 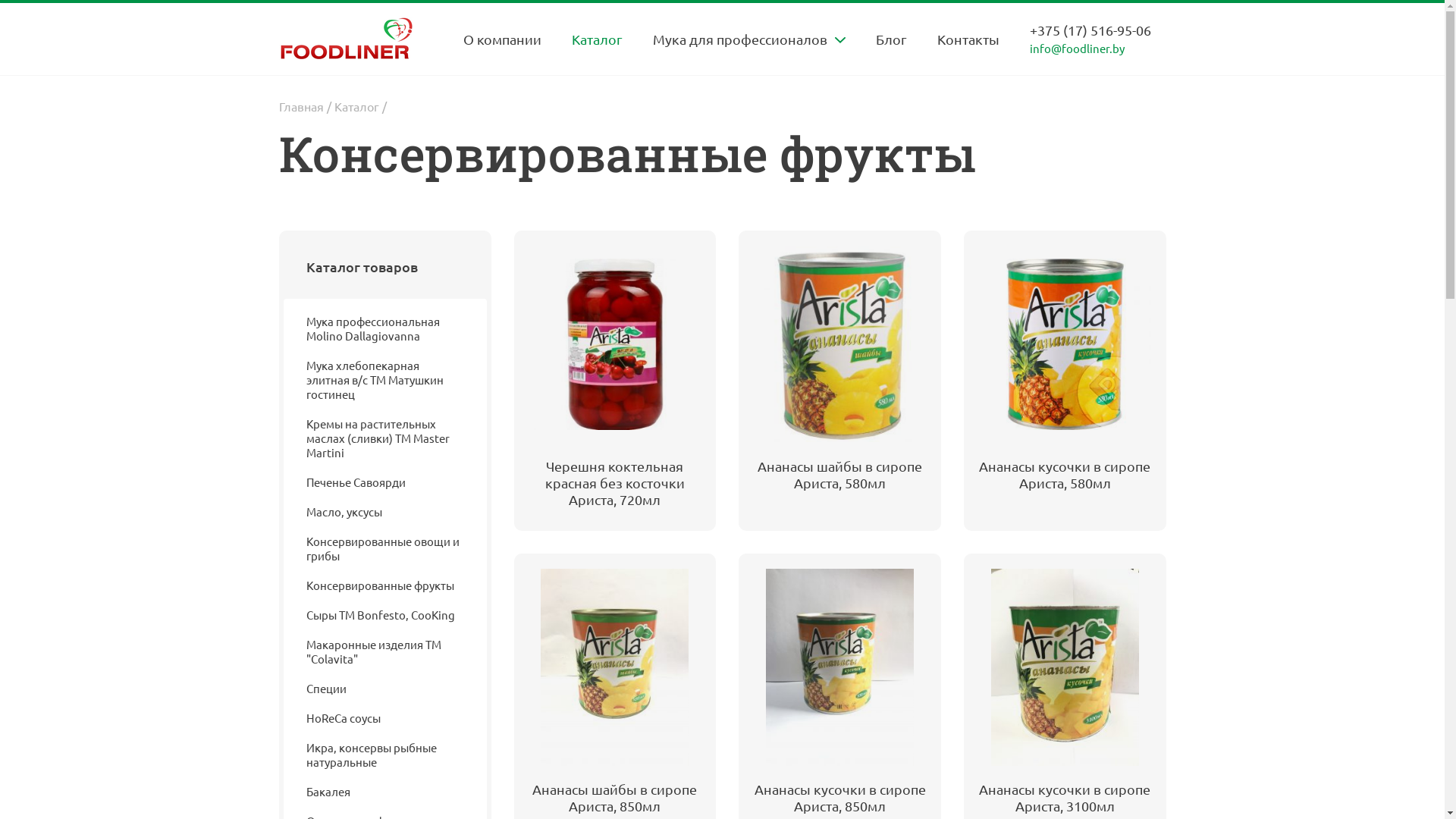 What do you see at coordinates (1090, 48) in the screenshot?
I see `'info@foodliner.by'` at bounding box center [1090, 48].